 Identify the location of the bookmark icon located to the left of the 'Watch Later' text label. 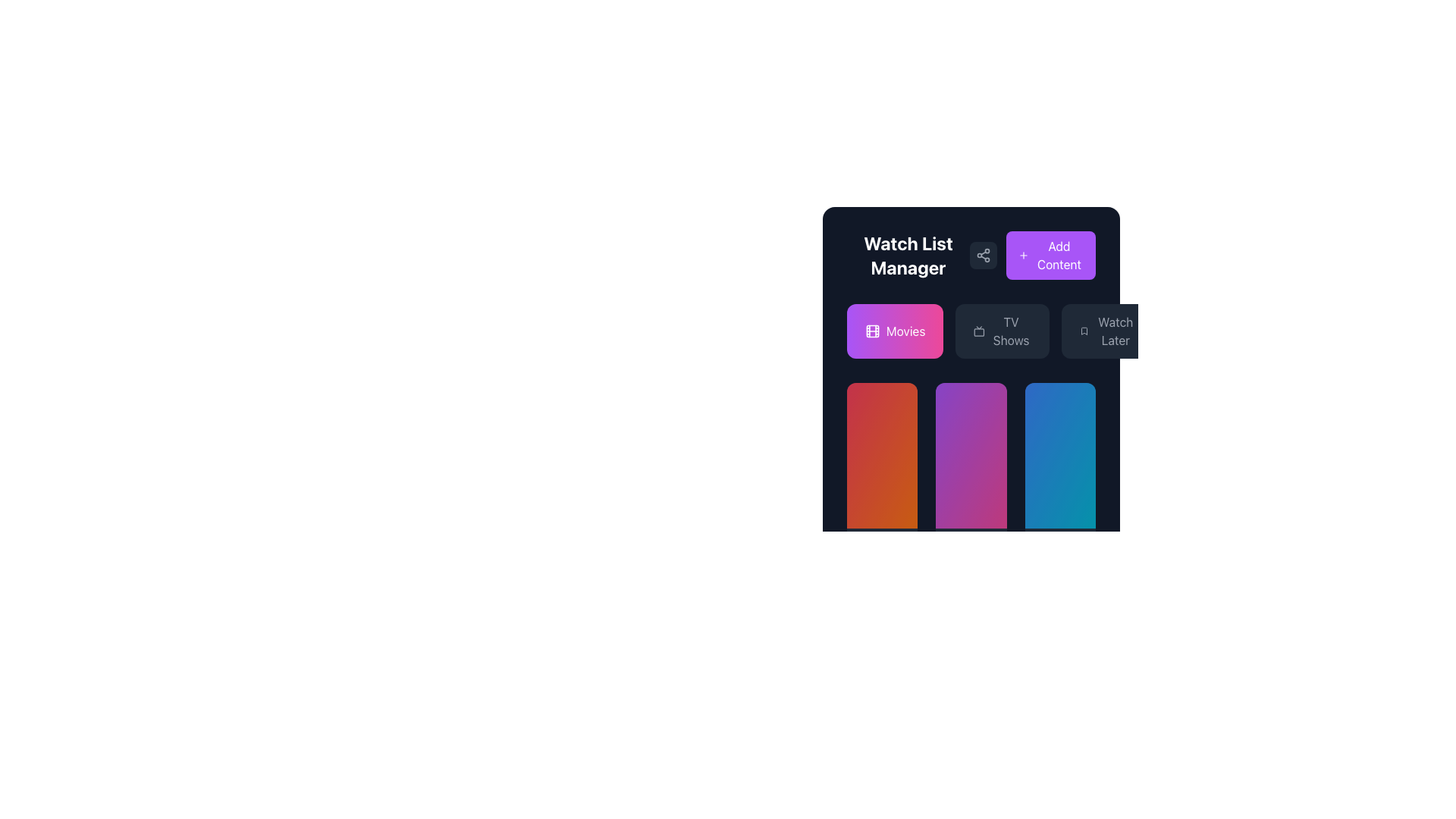
(1084, 330).